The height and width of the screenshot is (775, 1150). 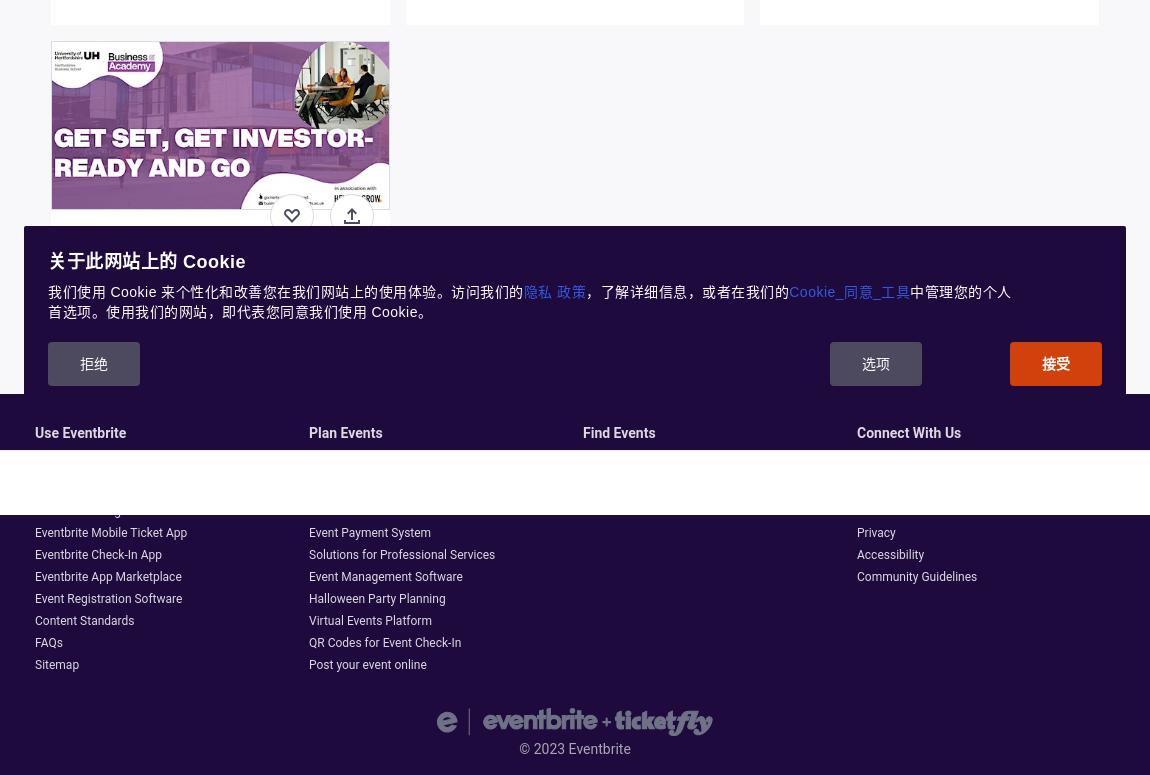 What do you see at coordinates (641, 488) in the screenshot?
I see `'Get the Eventbrite App'` at bounding box center [641, 488].